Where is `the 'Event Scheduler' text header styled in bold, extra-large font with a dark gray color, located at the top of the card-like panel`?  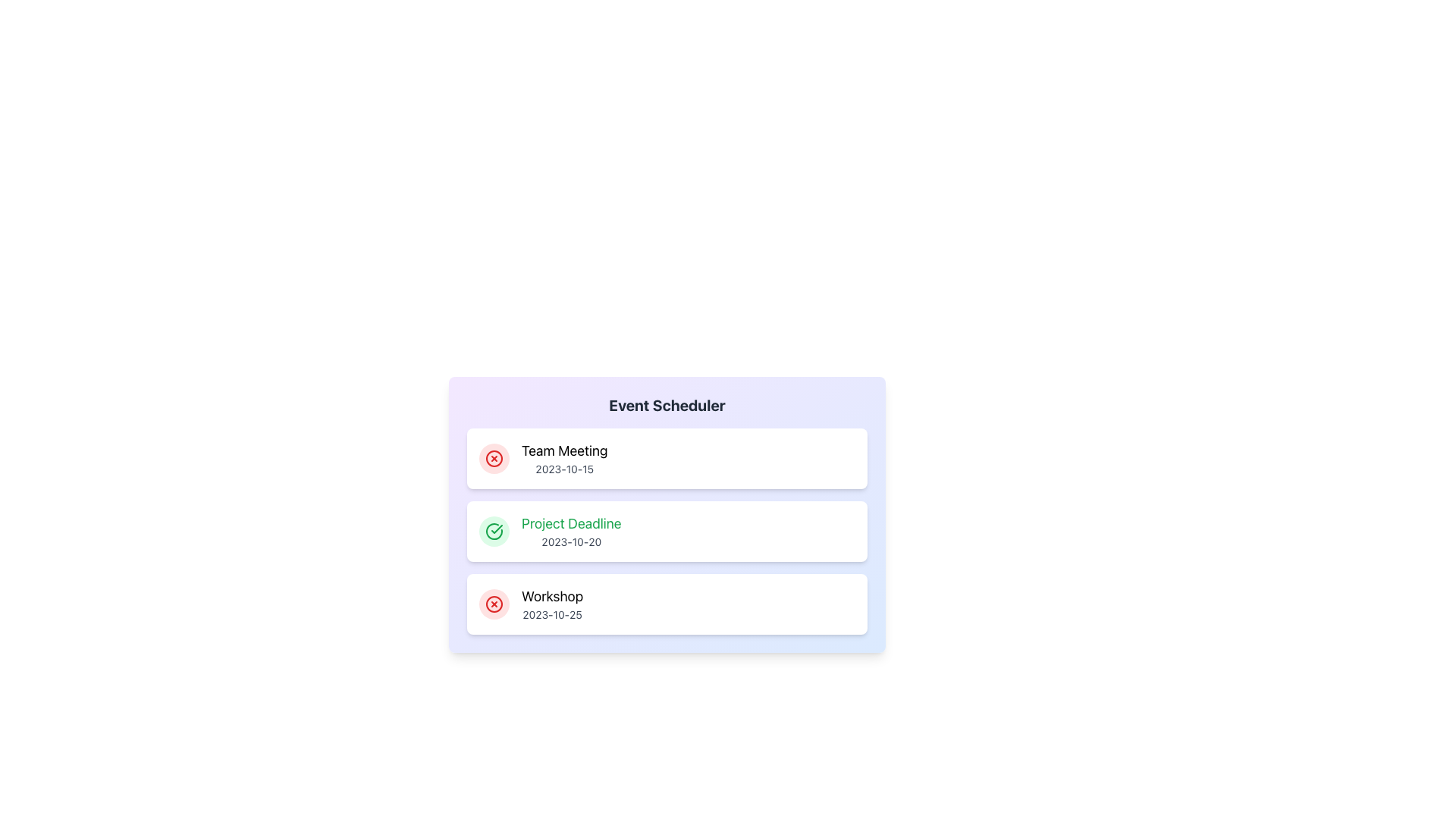
the 'Event Scheduler' text header styled in bold, extra-large font with a dark gray color, located at the top of the card-like panel is located at coordinates (667, 405).